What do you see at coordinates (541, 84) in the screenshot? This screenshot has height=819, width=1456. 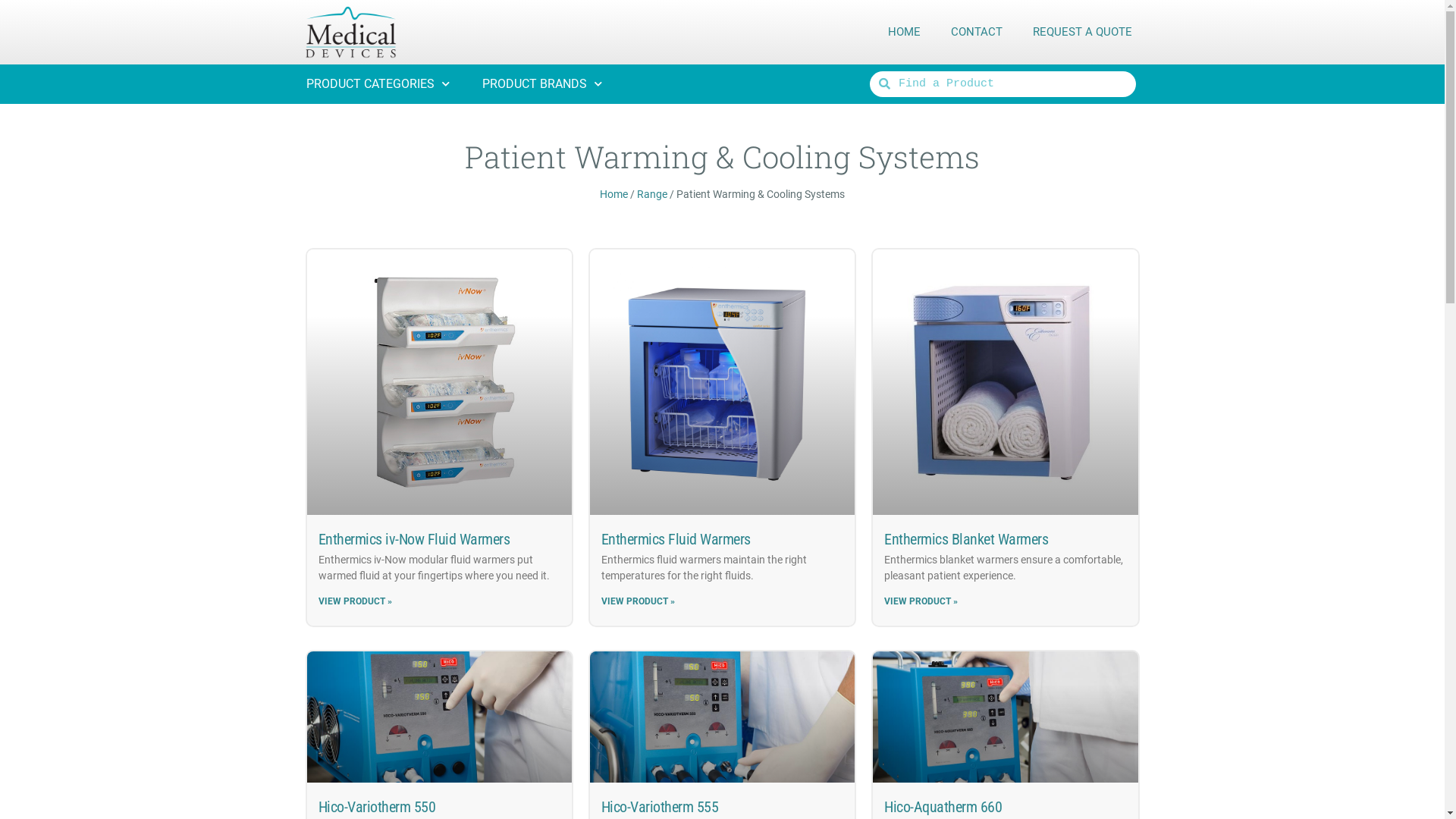 I see `'PRODUCT BRANDS'` at bounding box center [541, 84].